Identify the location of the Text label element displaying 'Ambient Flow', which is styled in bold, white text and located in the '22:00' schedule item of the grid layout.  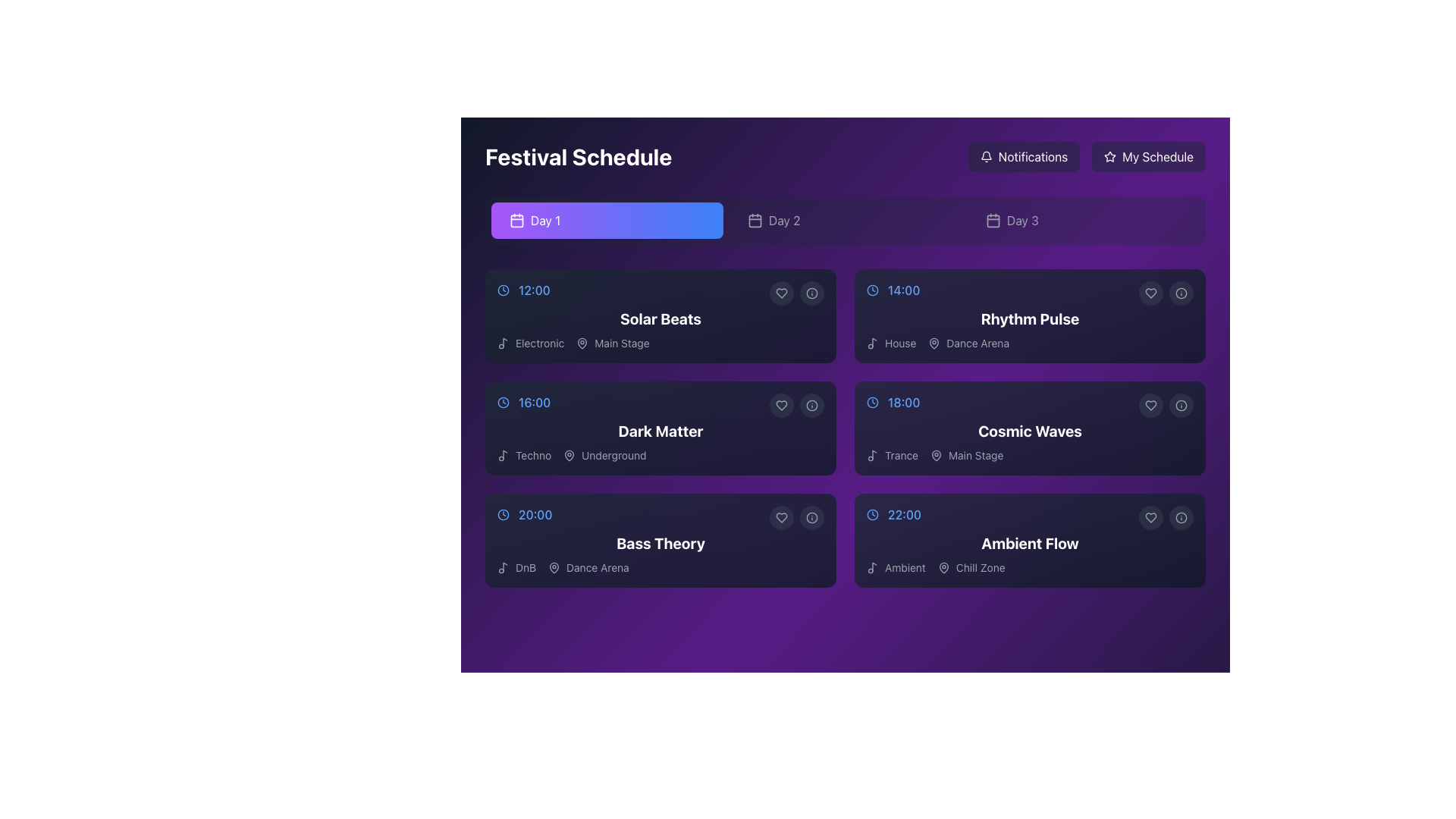
(1030, 543).